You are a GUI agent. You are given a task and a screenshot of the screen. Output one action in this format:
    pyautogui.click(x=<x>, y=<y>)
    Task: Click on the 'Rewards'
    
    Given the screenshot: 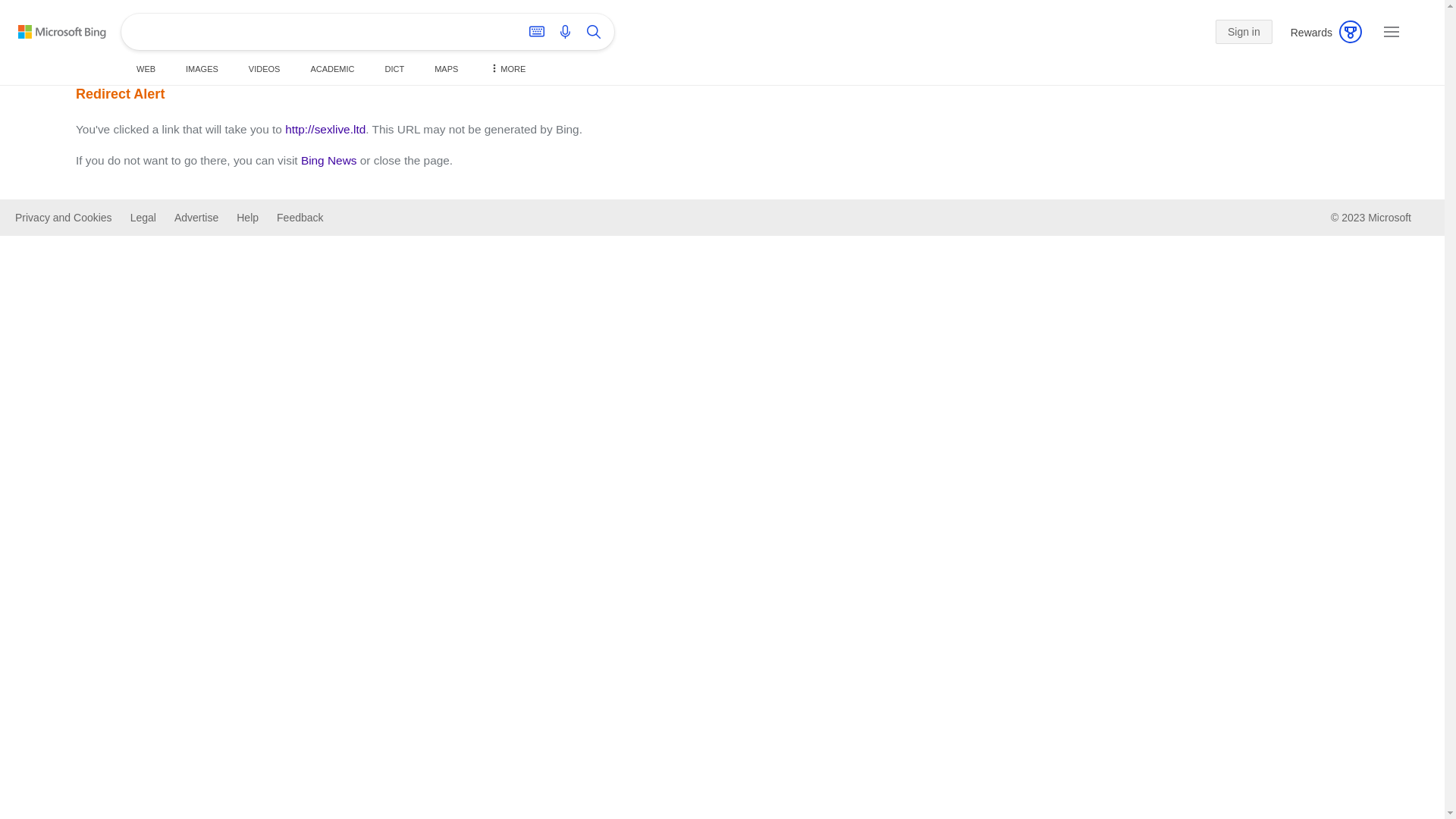 What is the action you would take?
    pyautogui.click(x=1272, y=32)
    